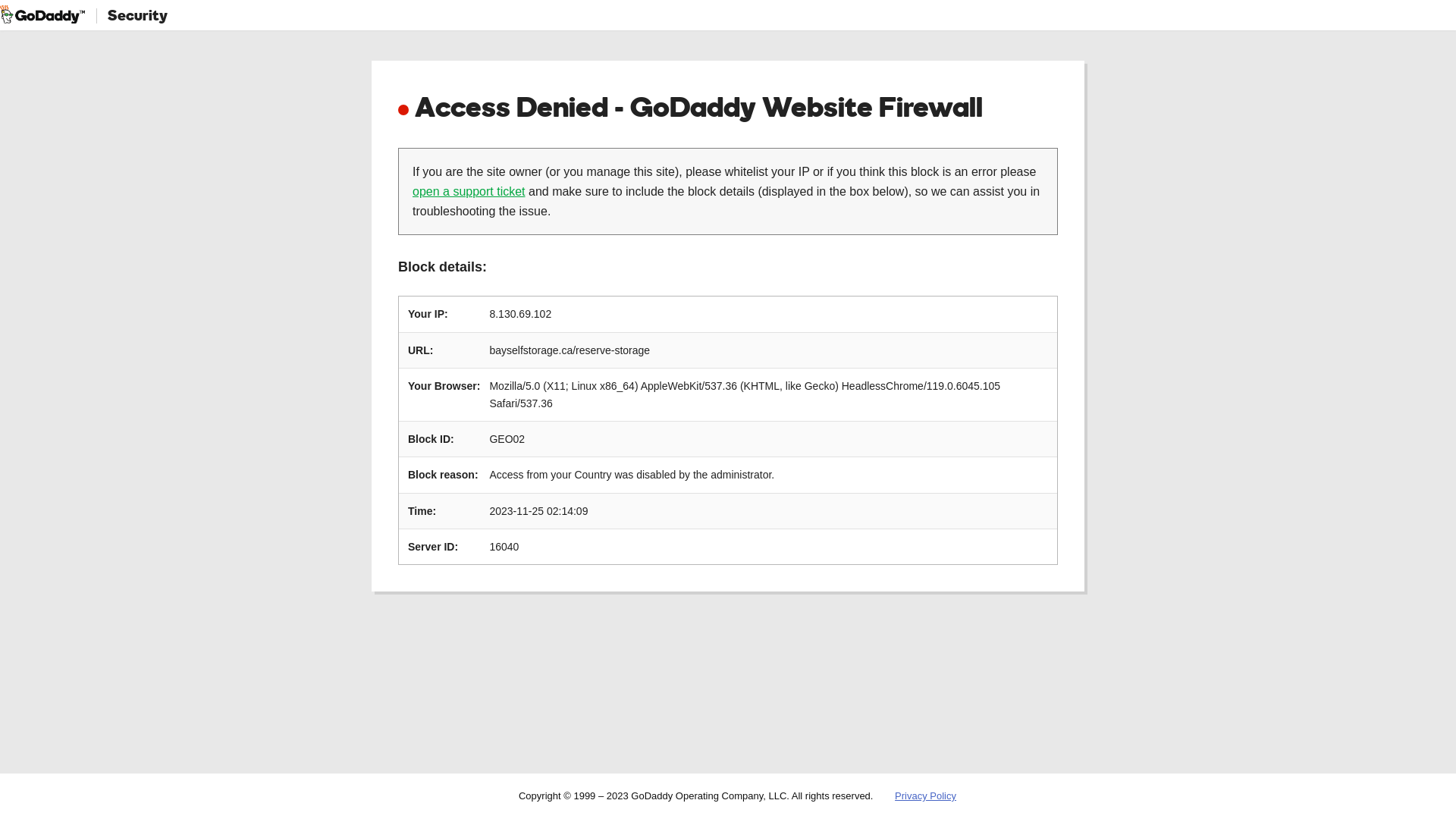 This screenshot has width=1456, height=819. What do you see at coordinates (412, 190) in the screenshot?
I see `'open a support ticket'` at bounding box center [412, 190].